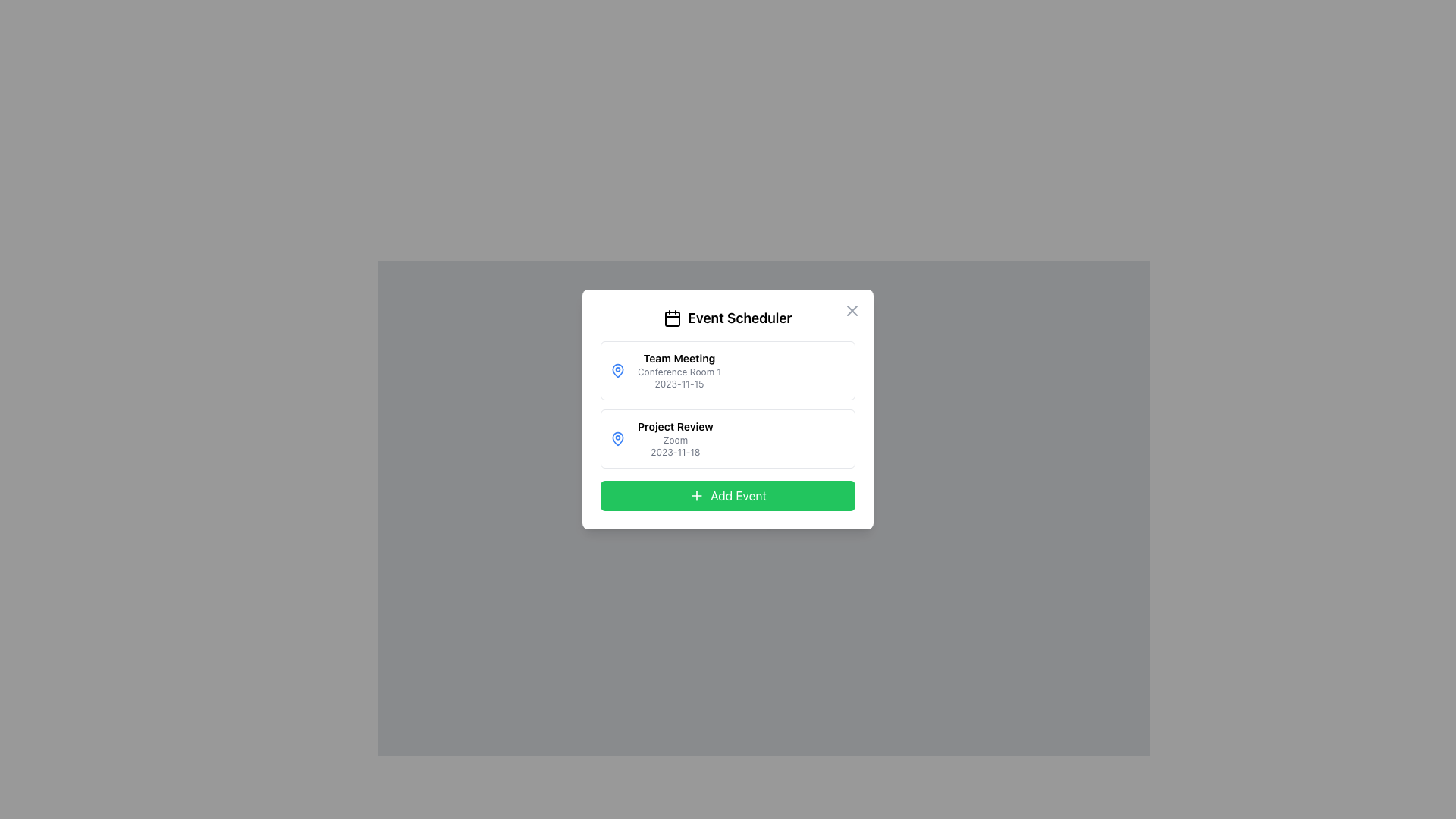 The image size is (1456, 819). Describe the element at coordinates (728, 371) in the screenshot. I see `the first Event item card in the 'Event Scheduler' interface, which displays details such as the title, location, and date` at that location.